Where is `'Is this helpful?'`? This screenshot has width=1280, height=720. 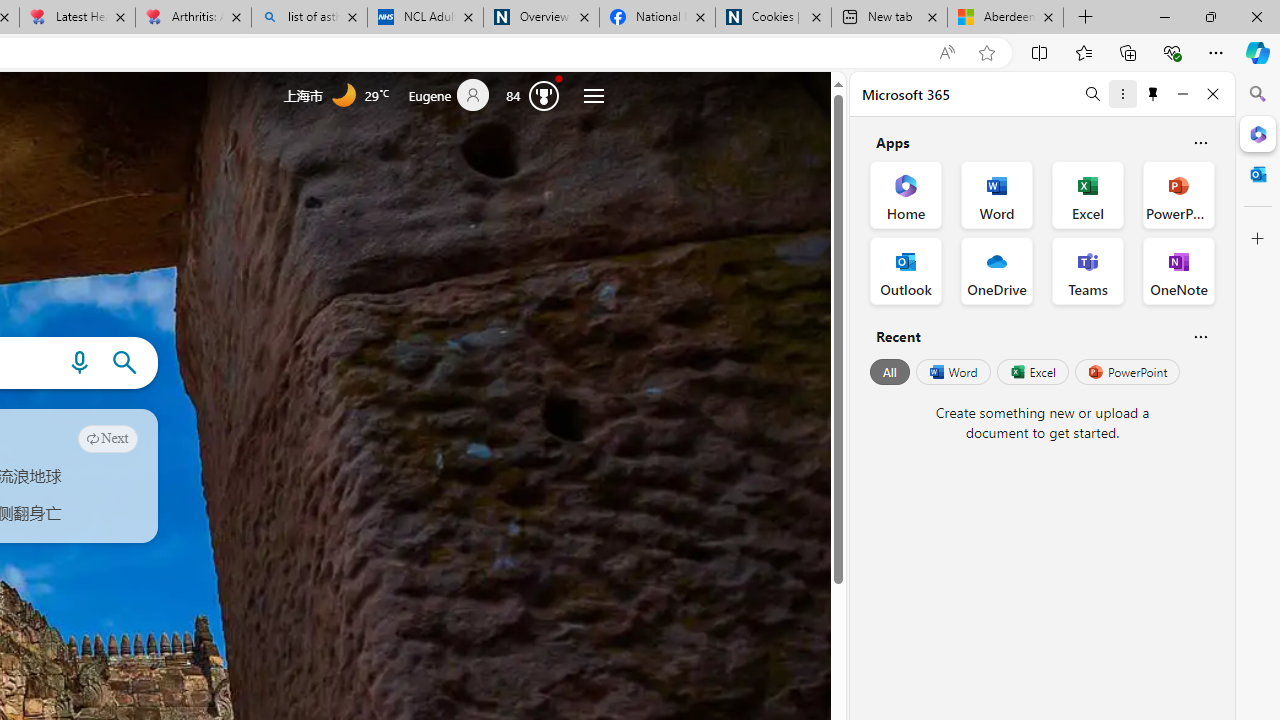 'Is this helpful?' is located at coordinates (1200, 335).